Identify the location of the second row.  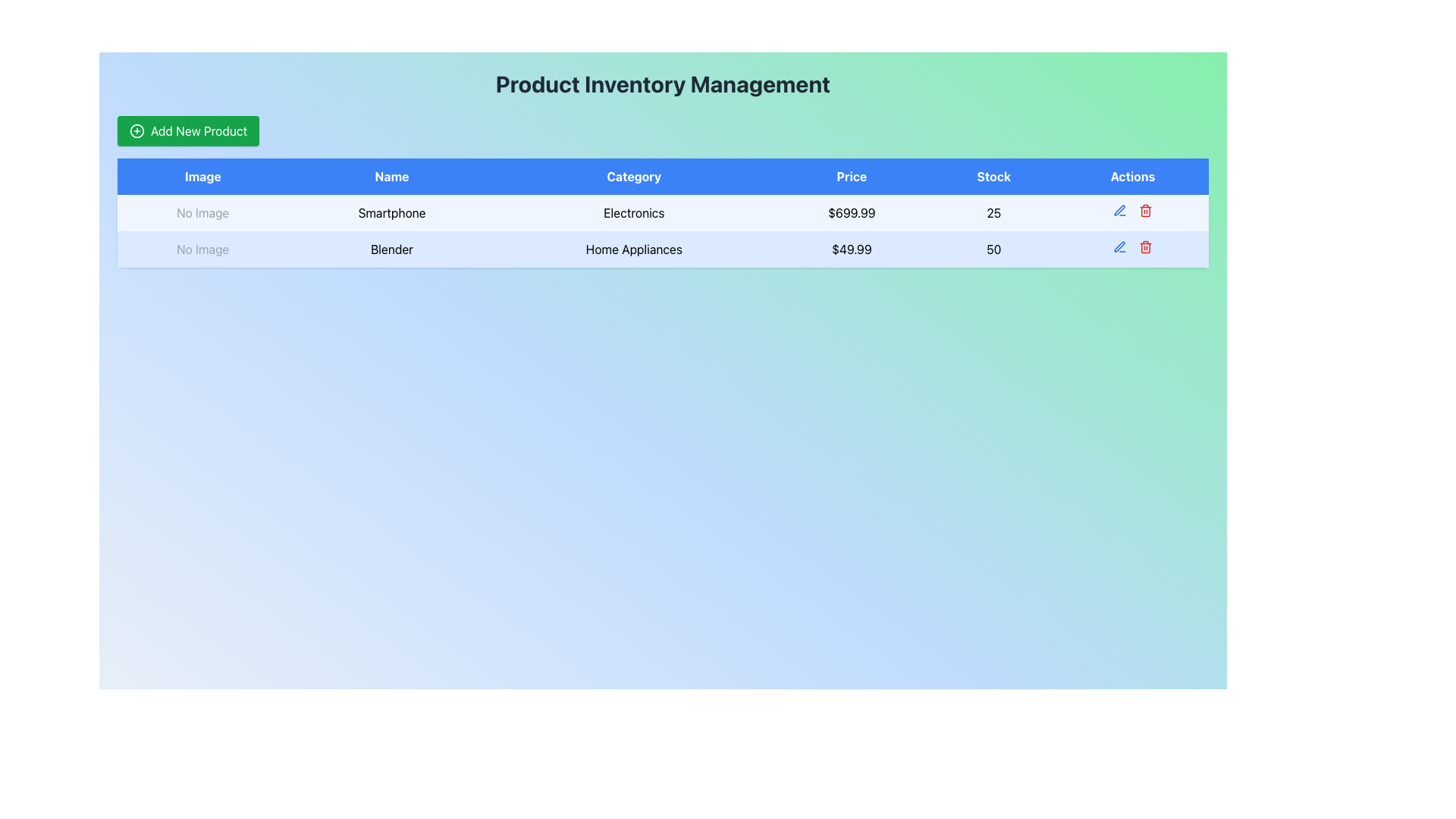
(663, 248).